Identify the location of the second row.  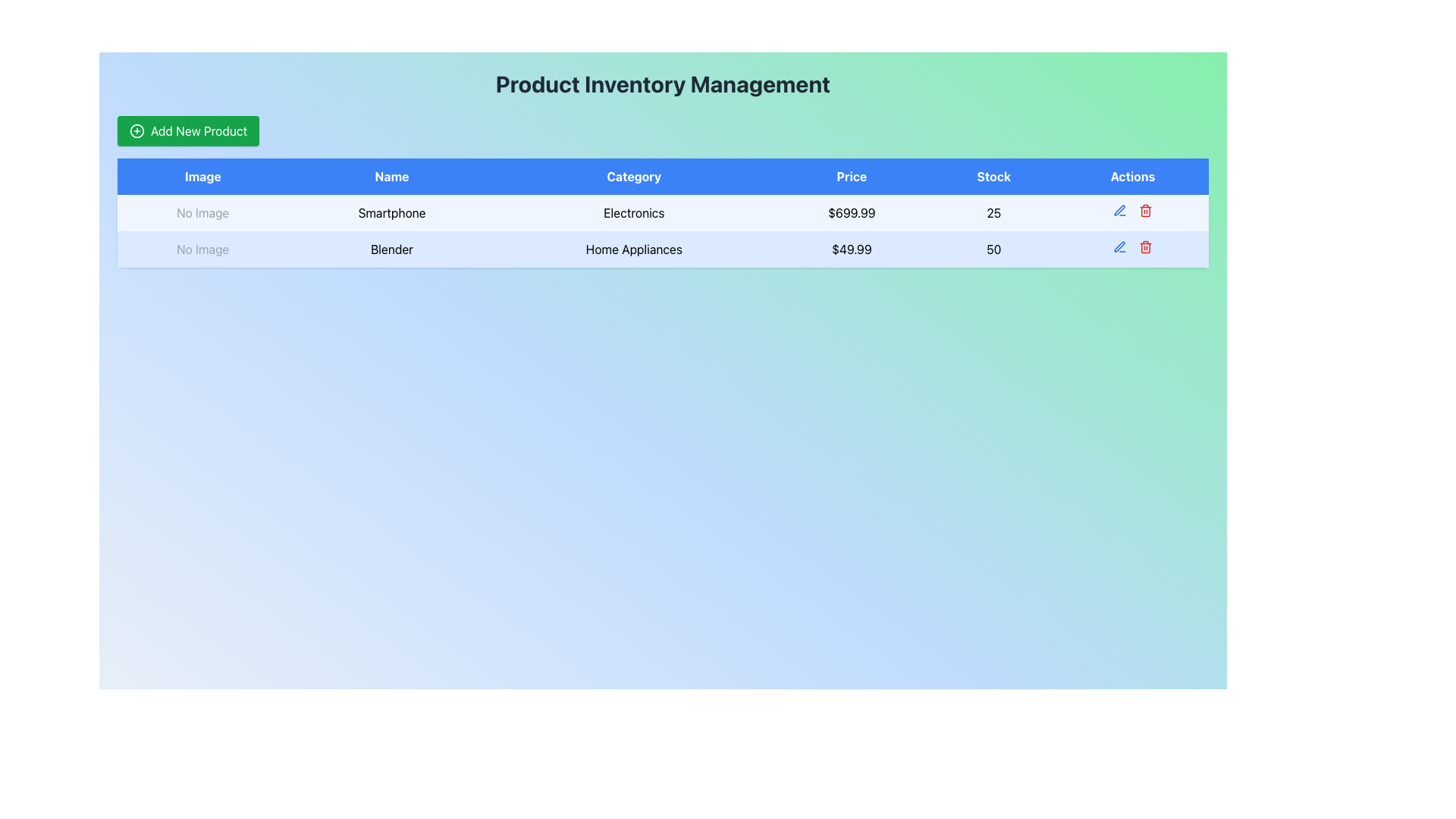
(663, 248).